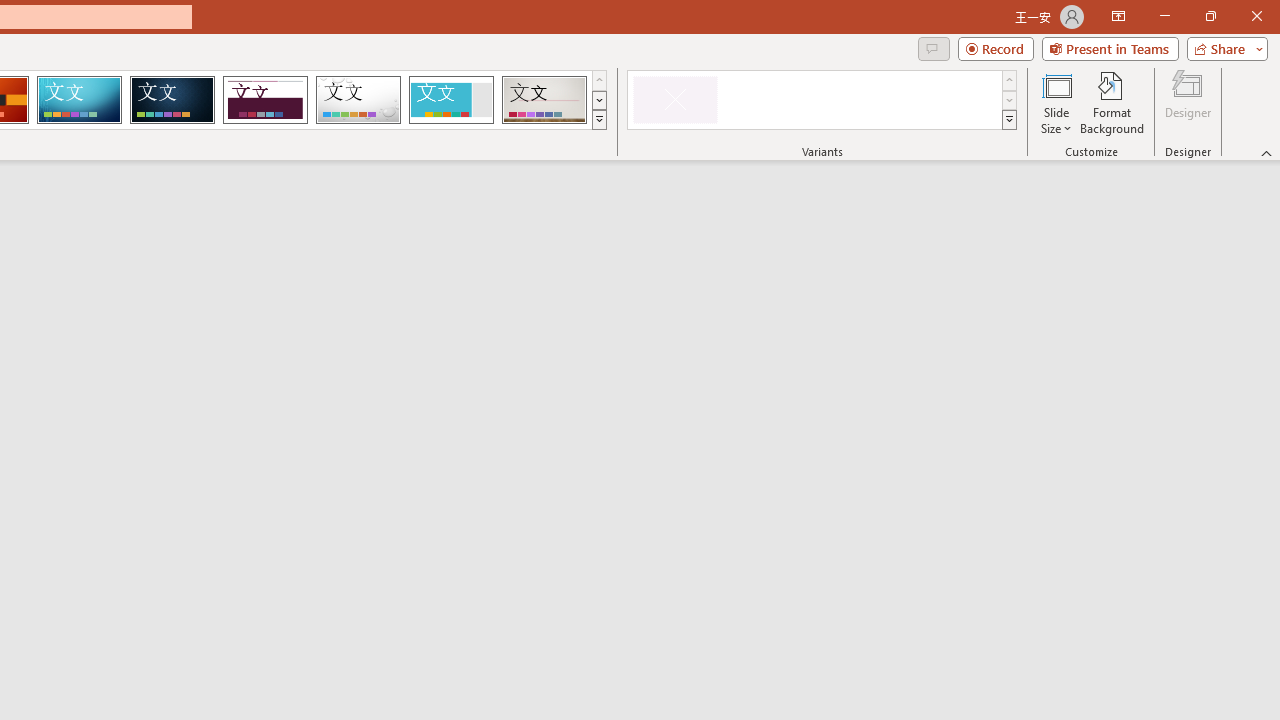 This screenshot has height=720, width=1280. What do you see at coordinates (358, 100) in the screenshot?
I see `'Droplet Loading Preview...'` at bounding box center [358, 100].